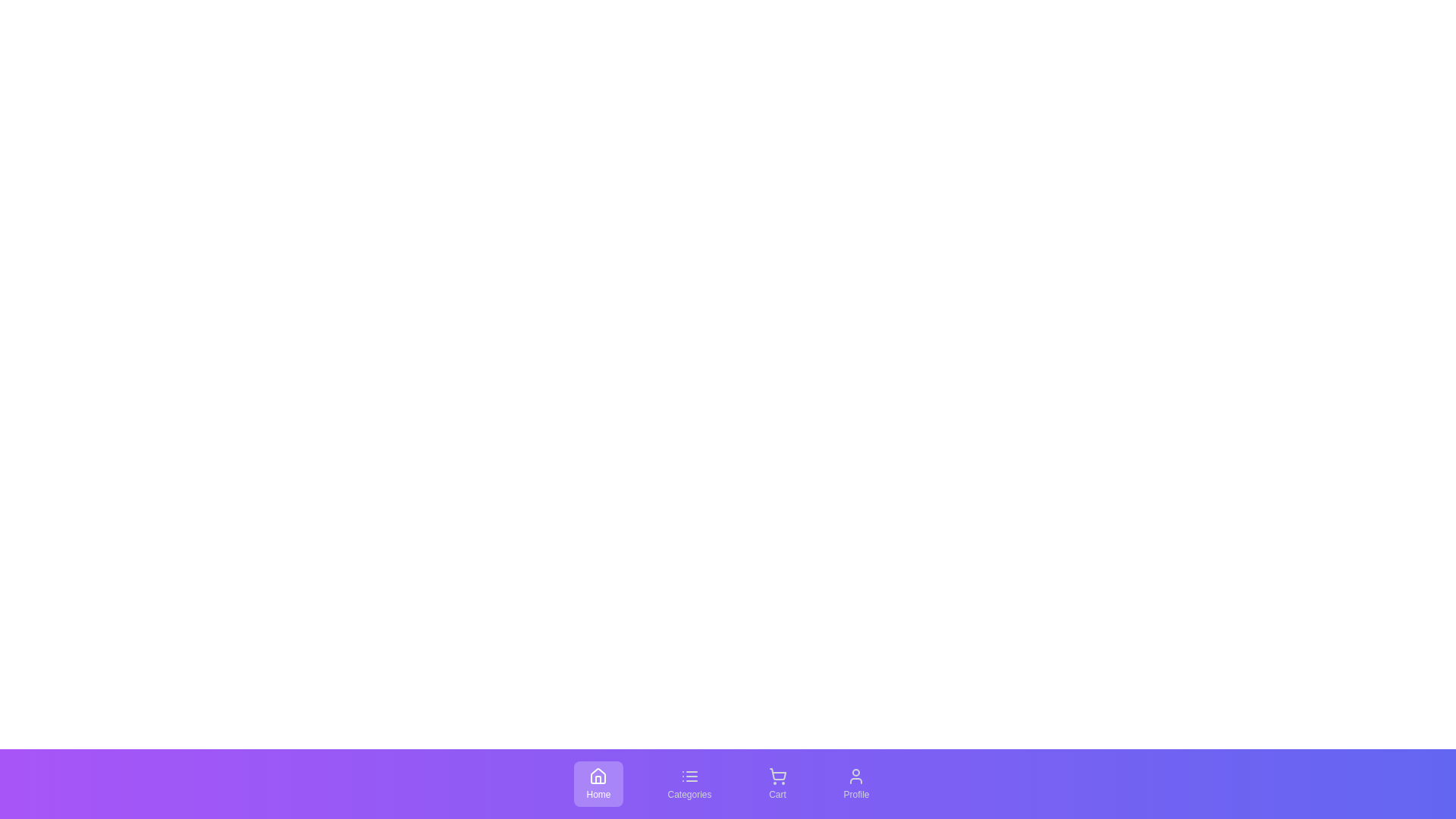 This screenshot has width=1456, height=819. Describe the element at coordinates (598, 783) in the screenshot. I see `the tab labeled Home to see its hover effect` at that location.